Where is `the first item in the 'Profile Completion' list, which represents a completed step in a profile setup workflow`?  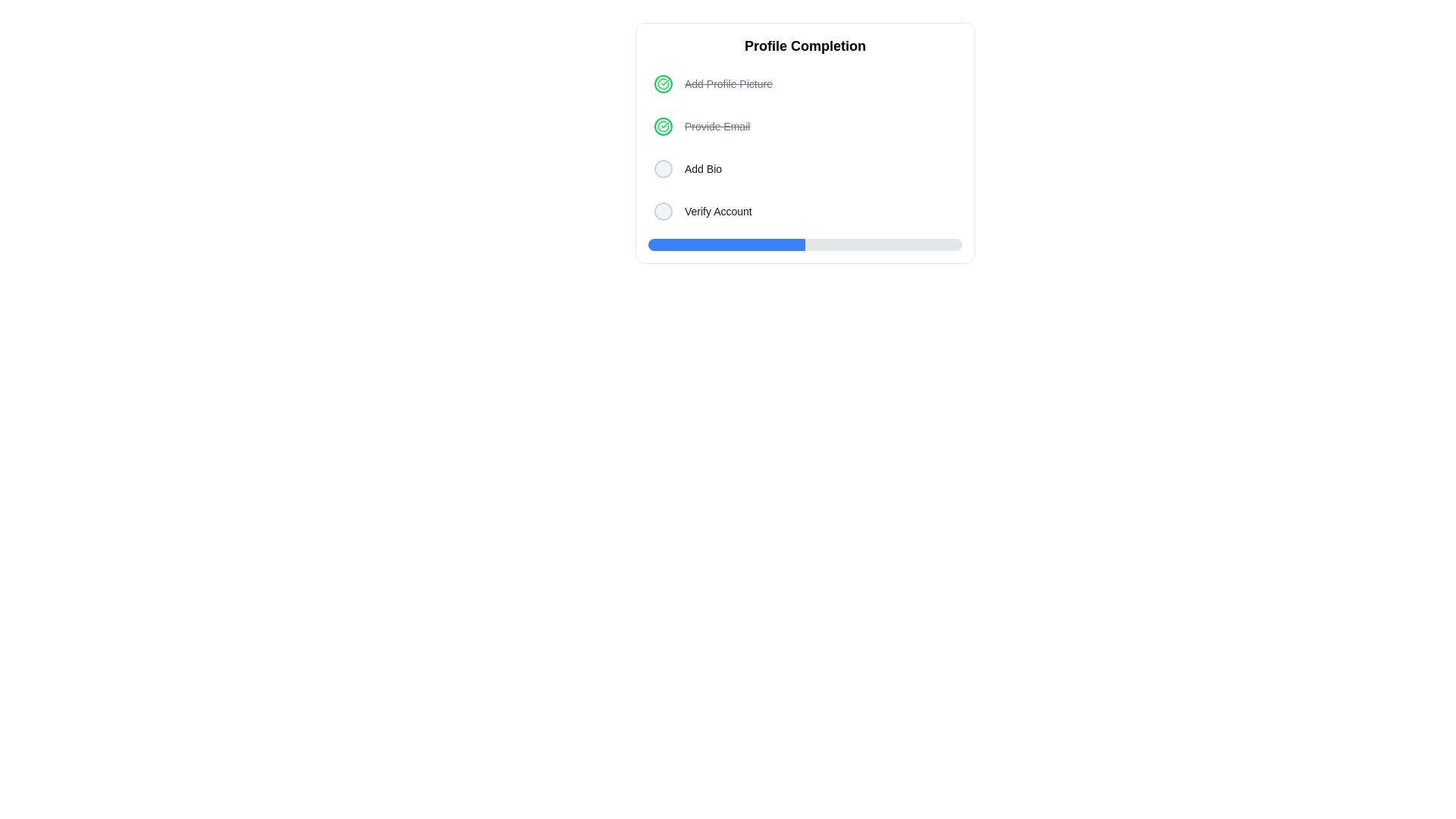
the first item in the 'Profile Completion' list, which represents a completed step in a profile setup workflow is located at coordinates (804, 84).